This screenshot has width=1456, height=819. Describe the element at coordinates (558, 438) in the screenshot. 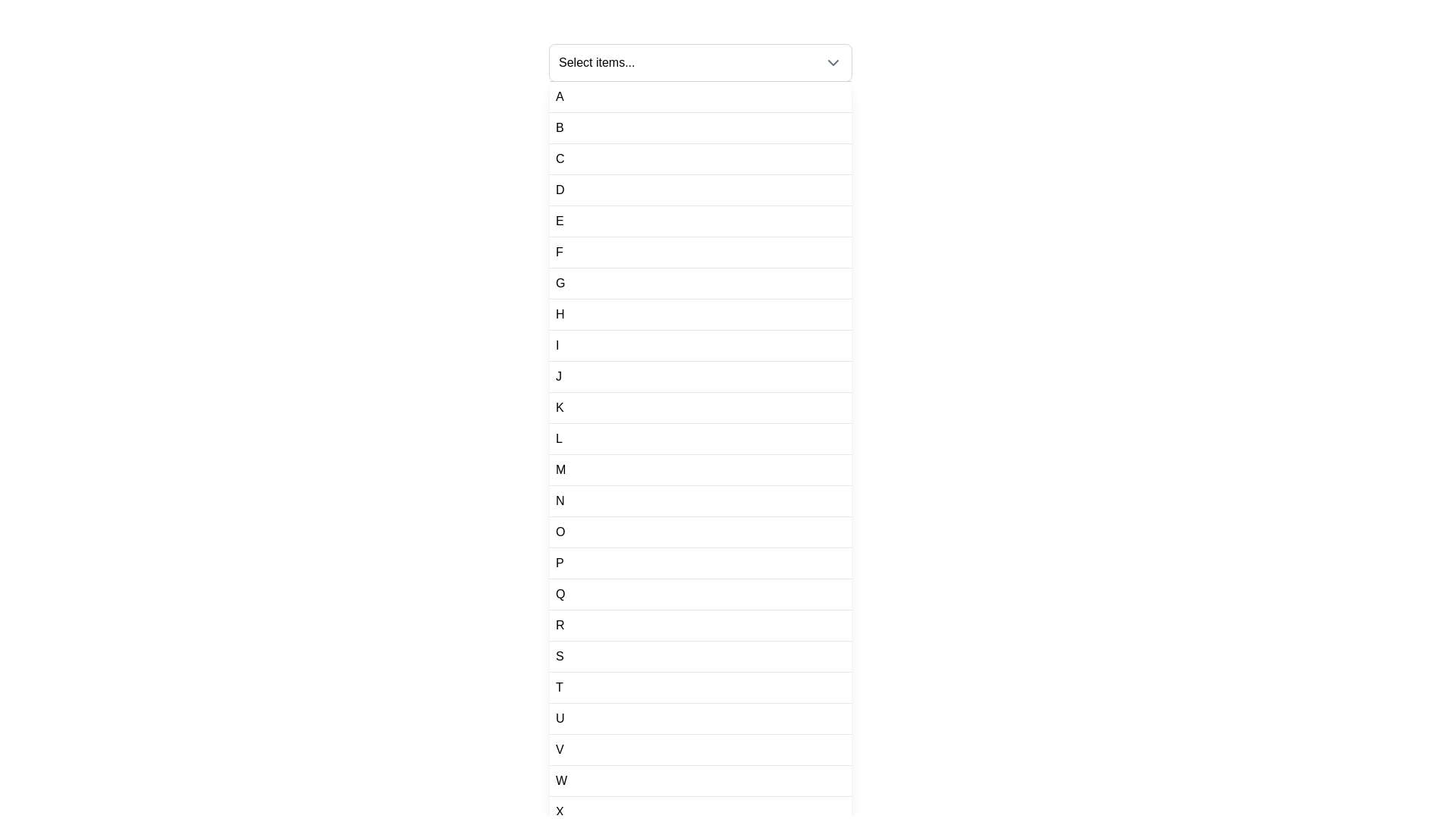

I see `the text label 'L' which is positioned between the elements labeled 'K' and 'M' in a vertical list interface` at that location.